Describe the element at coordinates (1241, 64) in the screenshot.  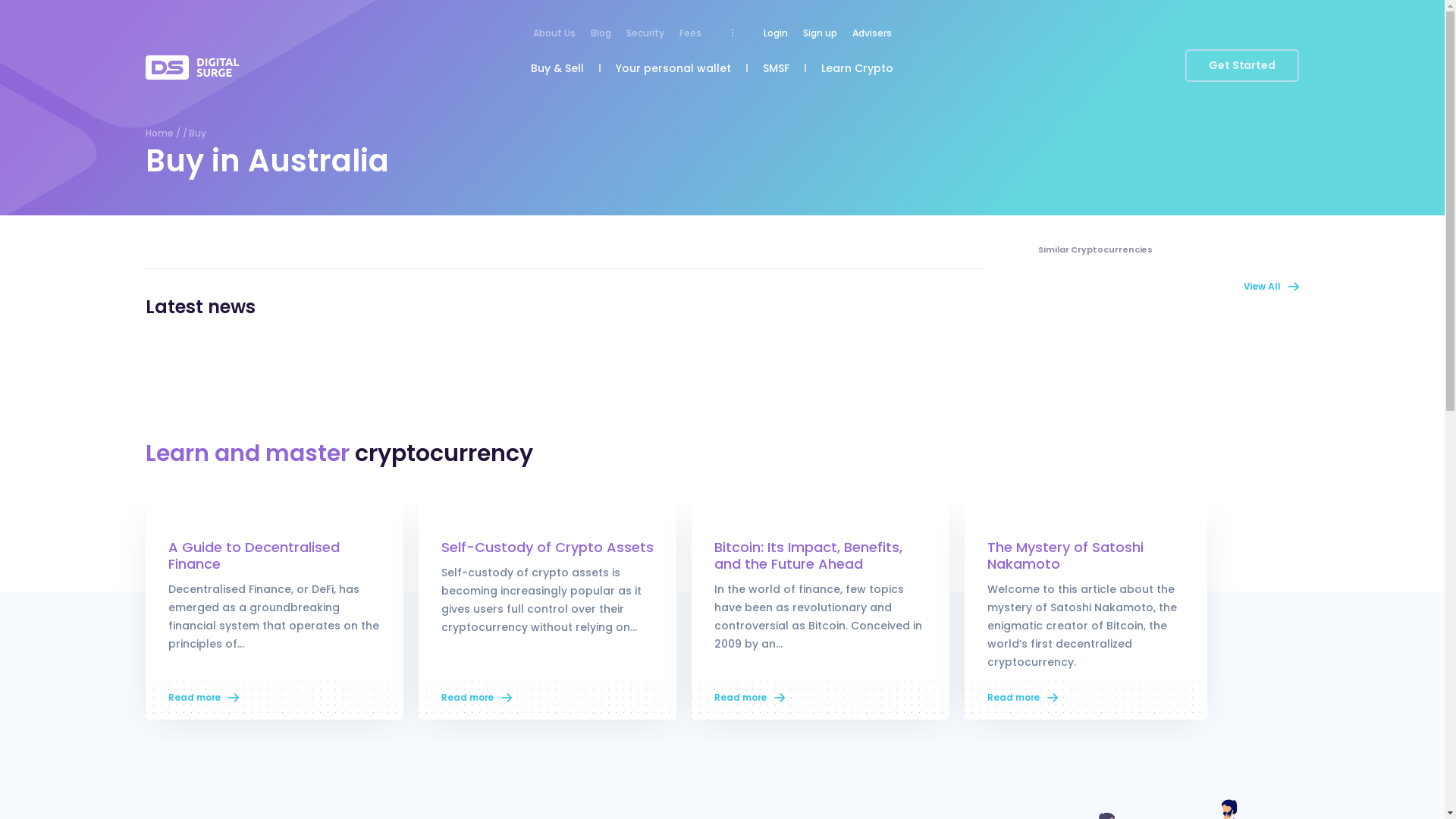
I see `'Get Started'` at that location.